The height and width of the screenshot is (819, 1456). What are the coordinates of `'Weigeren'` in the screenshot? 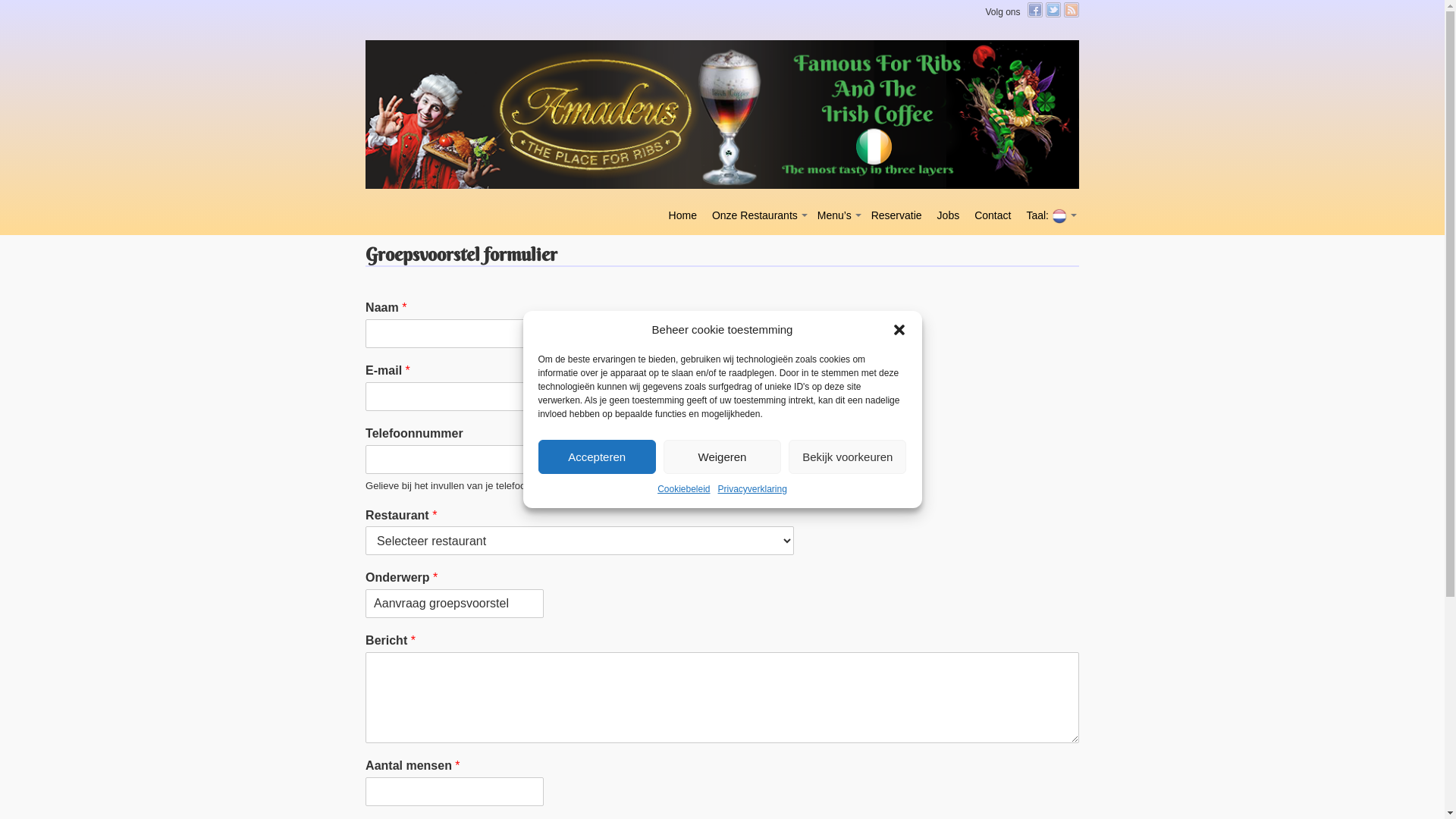 It's located at (721, 456).